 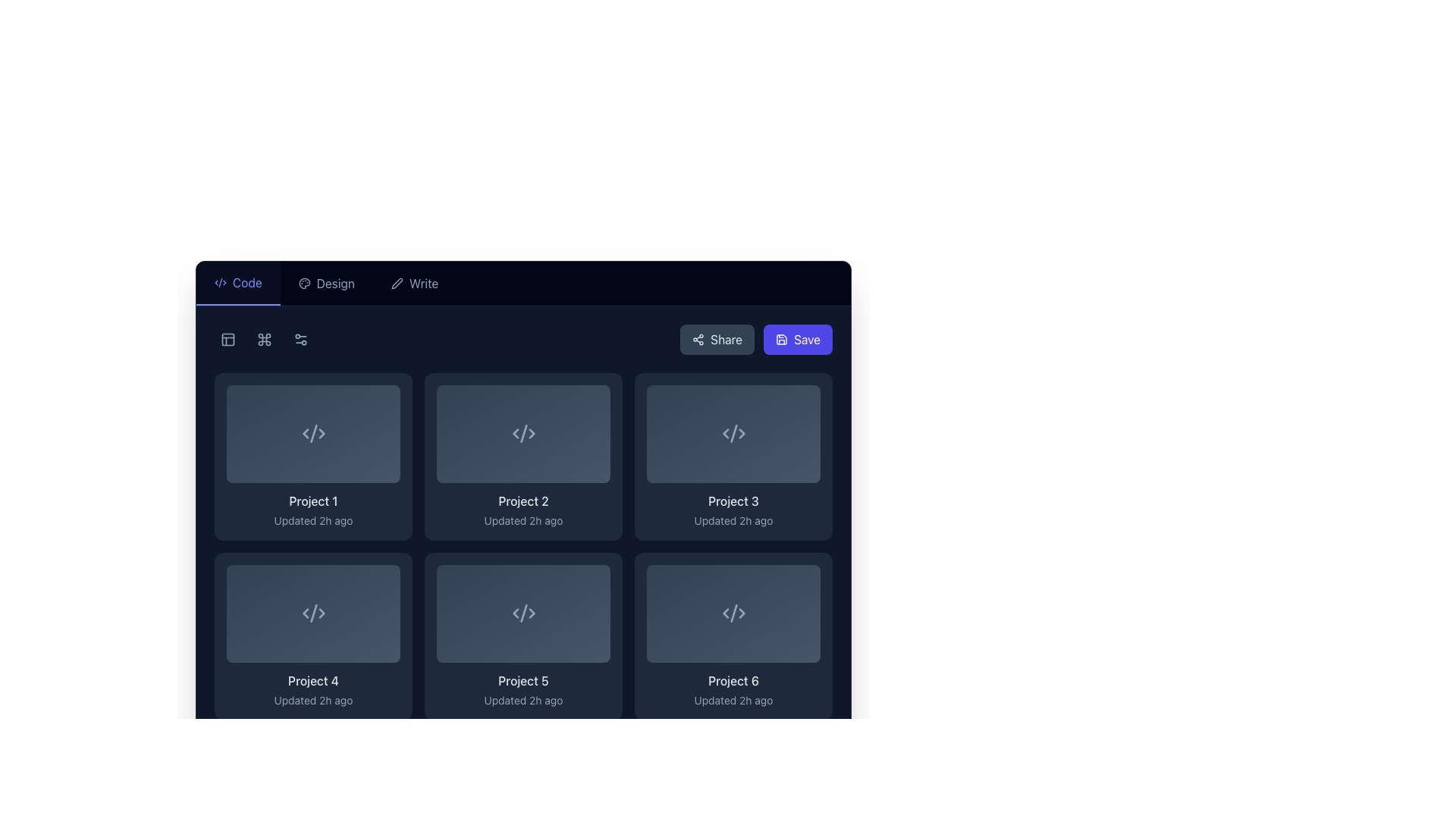 I want to click on the icon button with a square frame and light grey graphic representation located at the top left corner of the interface on a dark navy background, so click(x=227, y=338).